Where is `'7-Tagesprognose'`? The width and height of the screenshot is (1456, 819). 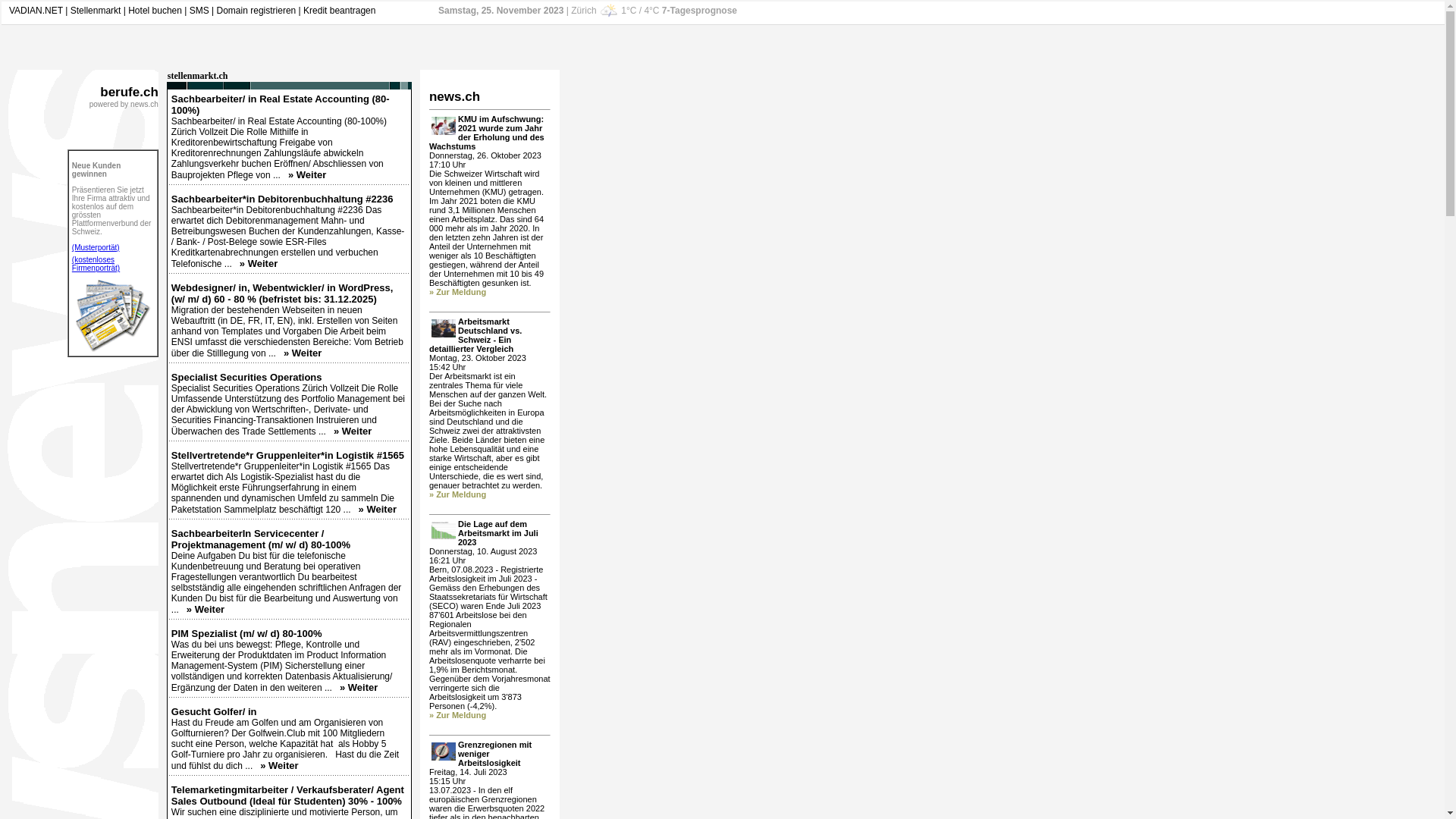 '7-Tagesprognose' is located at coordinates (698, 11).